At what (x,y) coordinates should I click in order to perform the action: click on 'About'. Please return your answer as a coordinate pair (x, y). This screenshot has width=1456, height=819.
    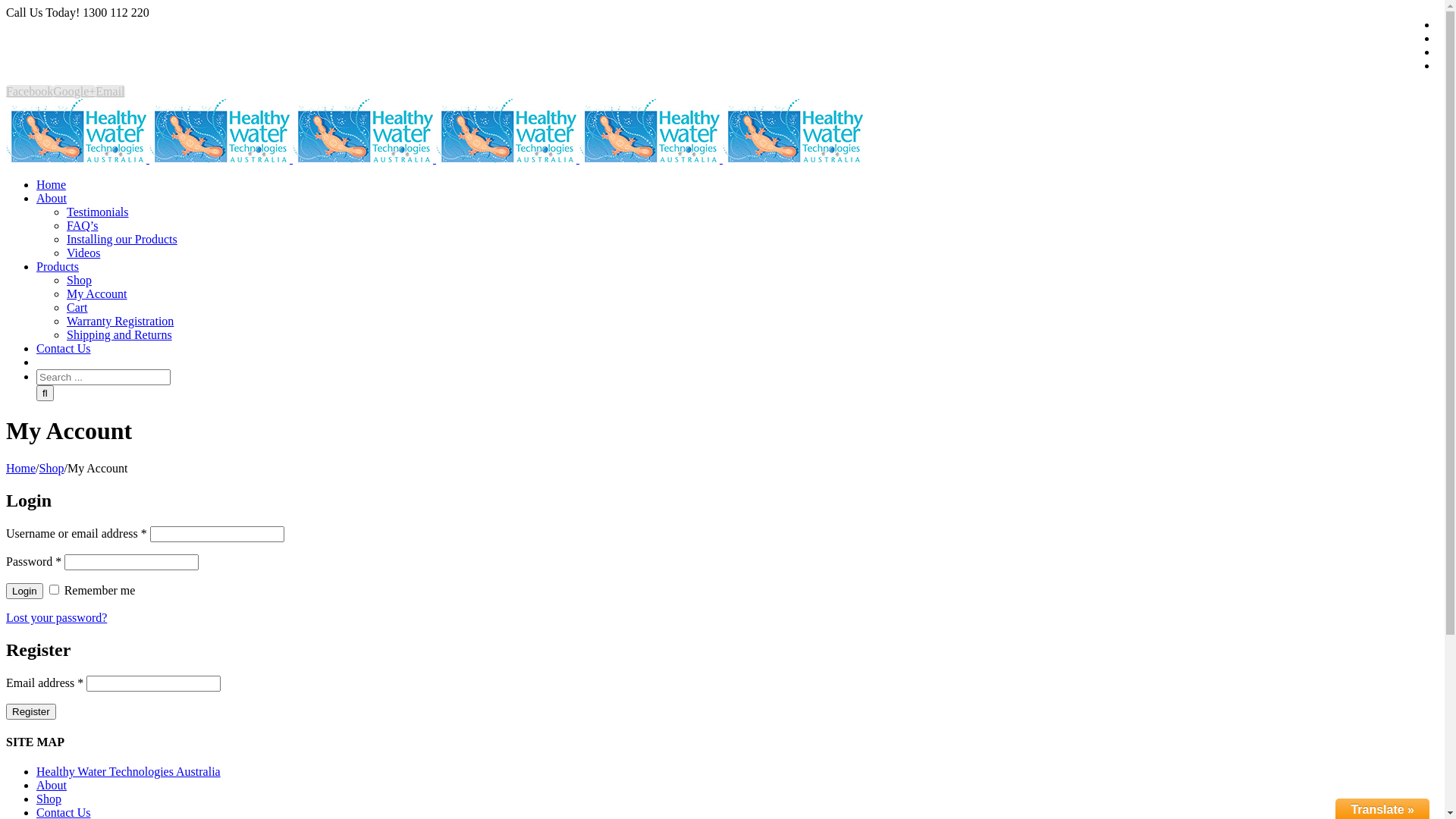
    Looking at the image, I should click on (51, 785).